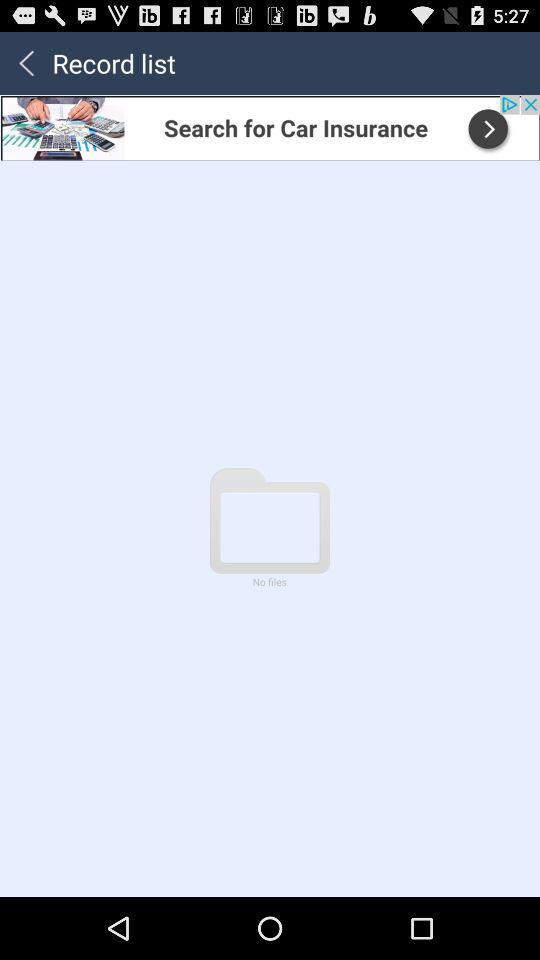  Describe the element at coordinates (25, 62) in the screenshot. I see `go back` at that location.